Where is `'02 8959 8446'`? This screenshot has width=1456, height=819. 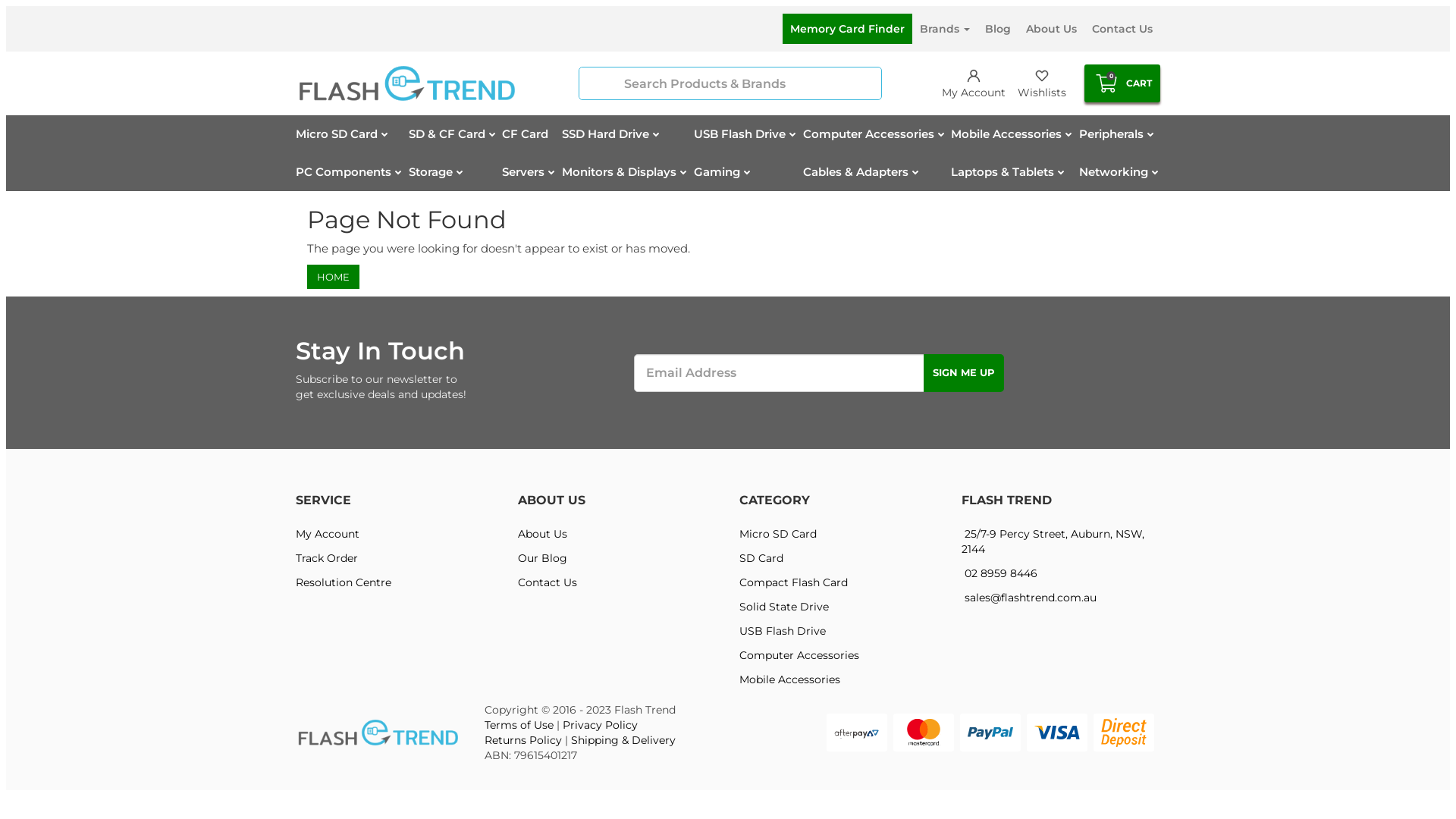
'02 8959 8446' is located at coordinates (960, 573).